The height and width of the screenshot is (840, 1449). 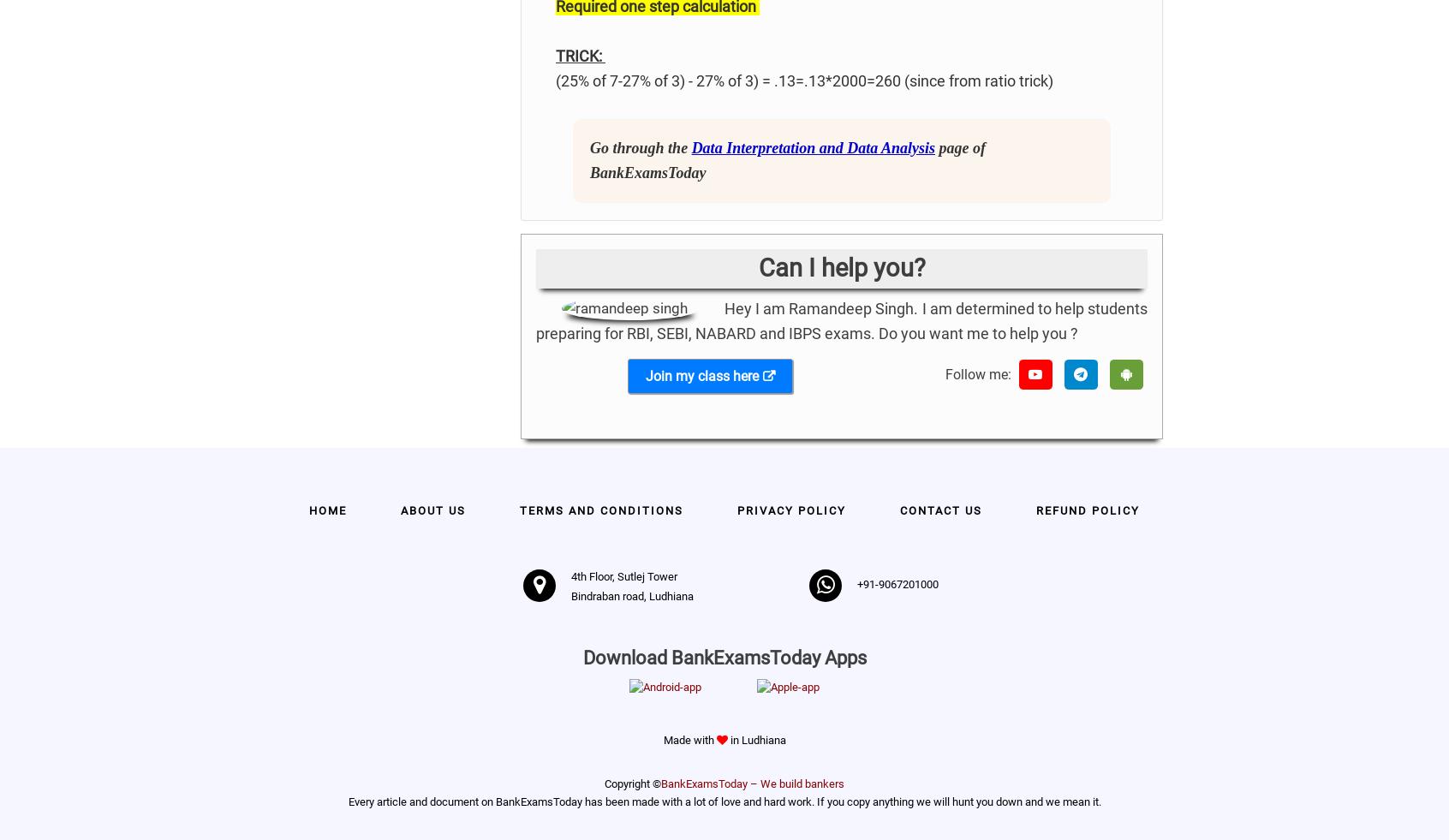 What do you see at coordinates (787, 158) in the screenshot?
I see `'page of BankExamsToday'` at bounding box center [787, 158].